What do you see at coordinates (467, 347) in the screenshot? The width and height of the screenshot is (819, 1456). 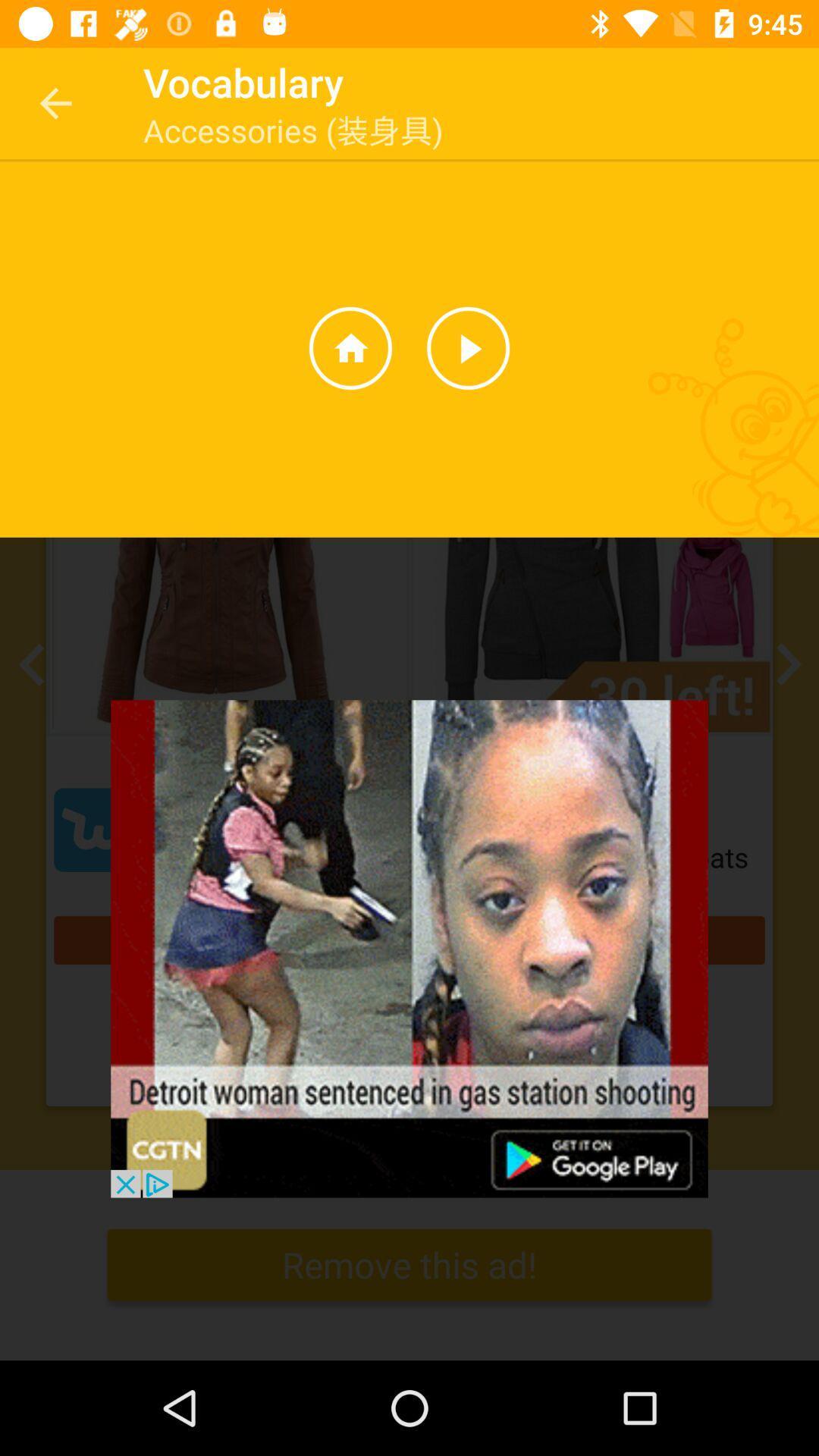 I see `the play icon` at bounding box center [467, 347].